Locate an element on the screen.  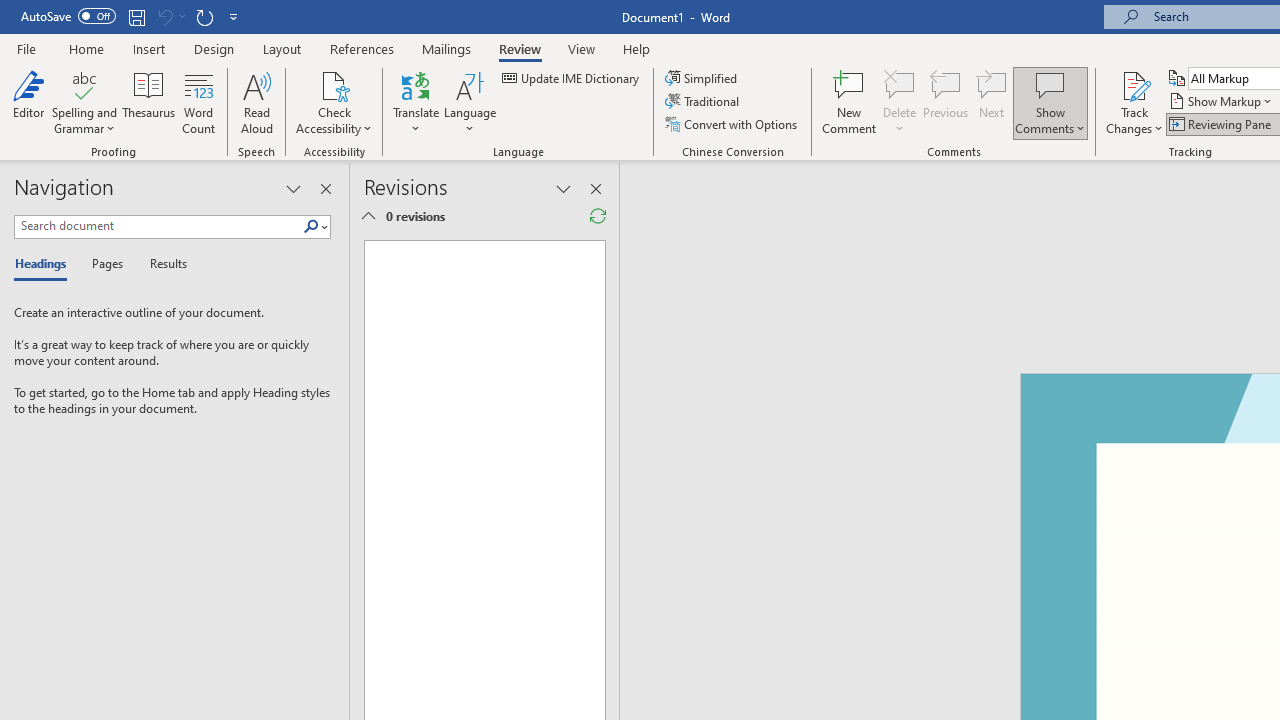
'Headings' is located at coordinates (45, 264).